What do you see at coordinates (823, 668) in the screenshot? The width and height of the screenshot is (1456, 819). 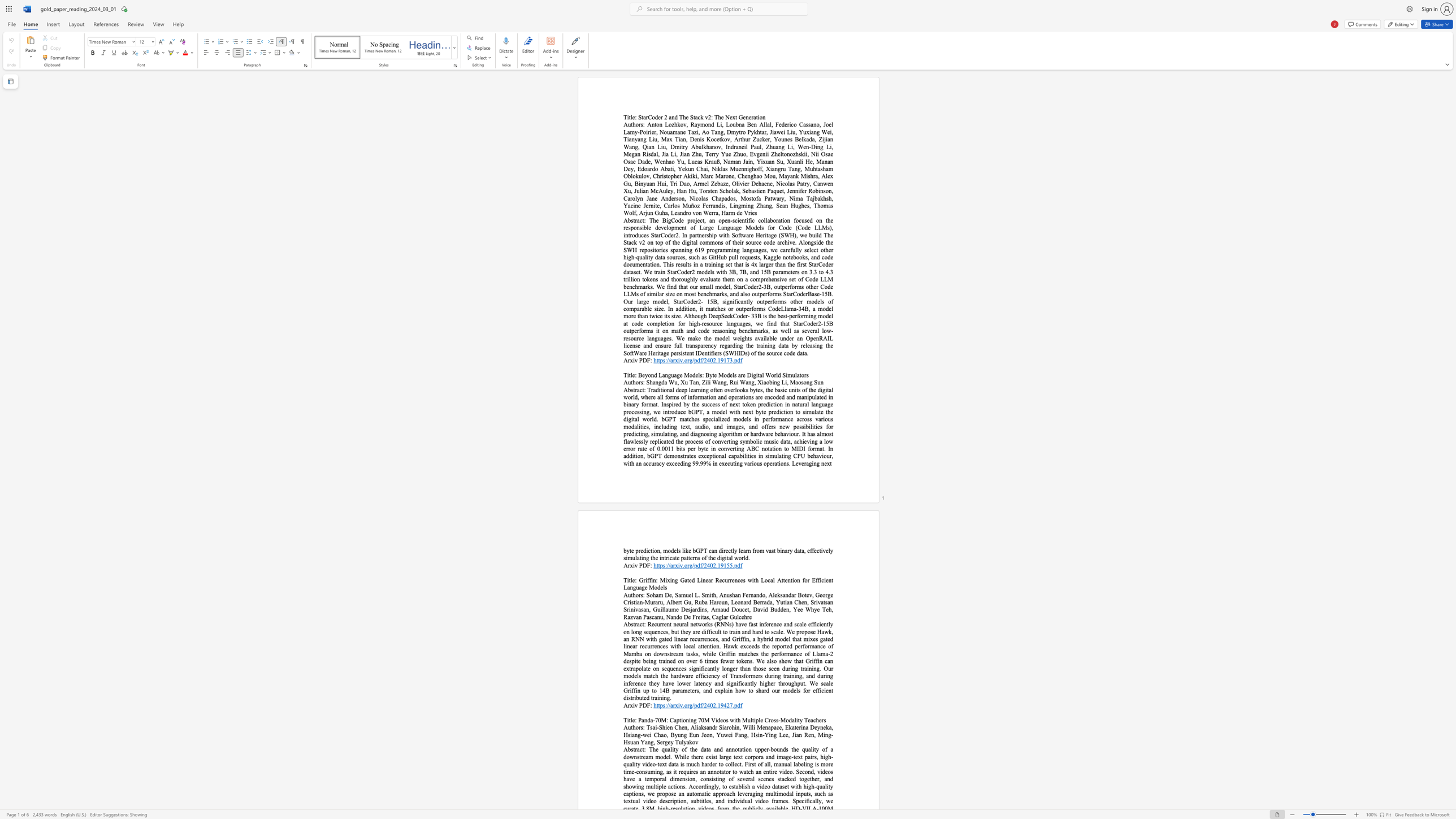 I see `the subset text "Our models match the hardware efficiency of Transformers during training, and during inference they have lower latency and significantly higher throug" within the text "Recurrent neural networks (RNNs) have fast inference and scale efficiently on long sequences, but they are difficult to train and hard to scale. We propose Hawk, an RNN with gated linear recurrences, and Griffin, a hybrid model that mixes gated linear recurrences with local attention. Hawk exceeds the reported performance of Mamba on downstream tasks, while Griffin matches the performance of Llama-2 despite being trained on over 6 times fewer tokens. We also show that Griffin can extrapolate on sequences significantly longer than those seen during training. Our models match the hardware efficiency of Transformers during training, and during inference they have lower latency and significantly higher throughput. We scale Griffin up to 14B parameters, and explain how to shard our models for efficient distributed training."` at bounding box center [823, 668].